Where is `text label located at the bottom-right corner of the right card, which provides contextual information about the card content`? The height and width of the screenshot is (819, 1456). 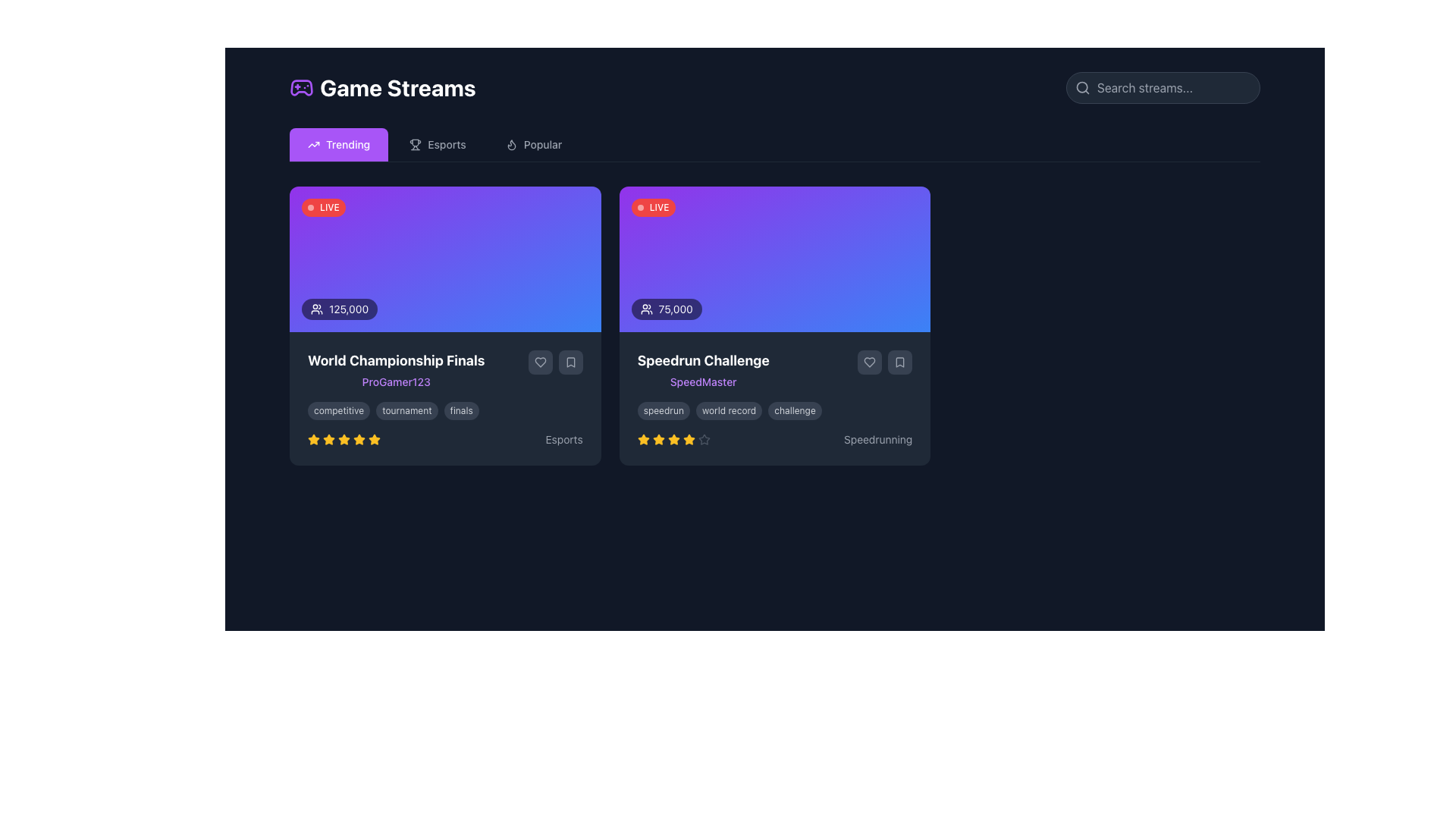 text label located at the bottom-right corner of the right card, which provides contextual information about the card content is located at coordinates (878, 439).